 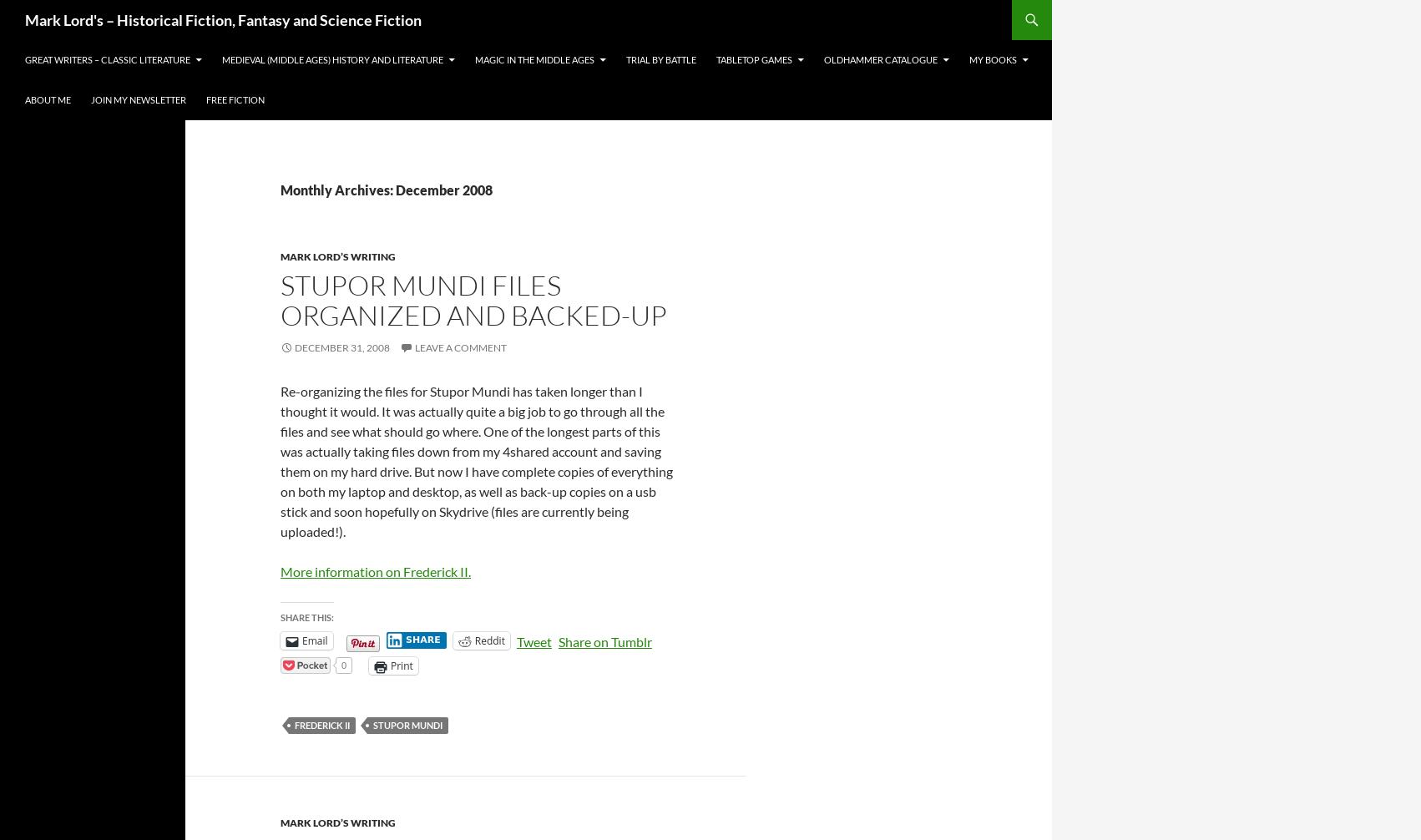 What do you see at coordinates (488, 640) in the screenshot?
I see `'Reddit'` at bounding box center [488, 640].